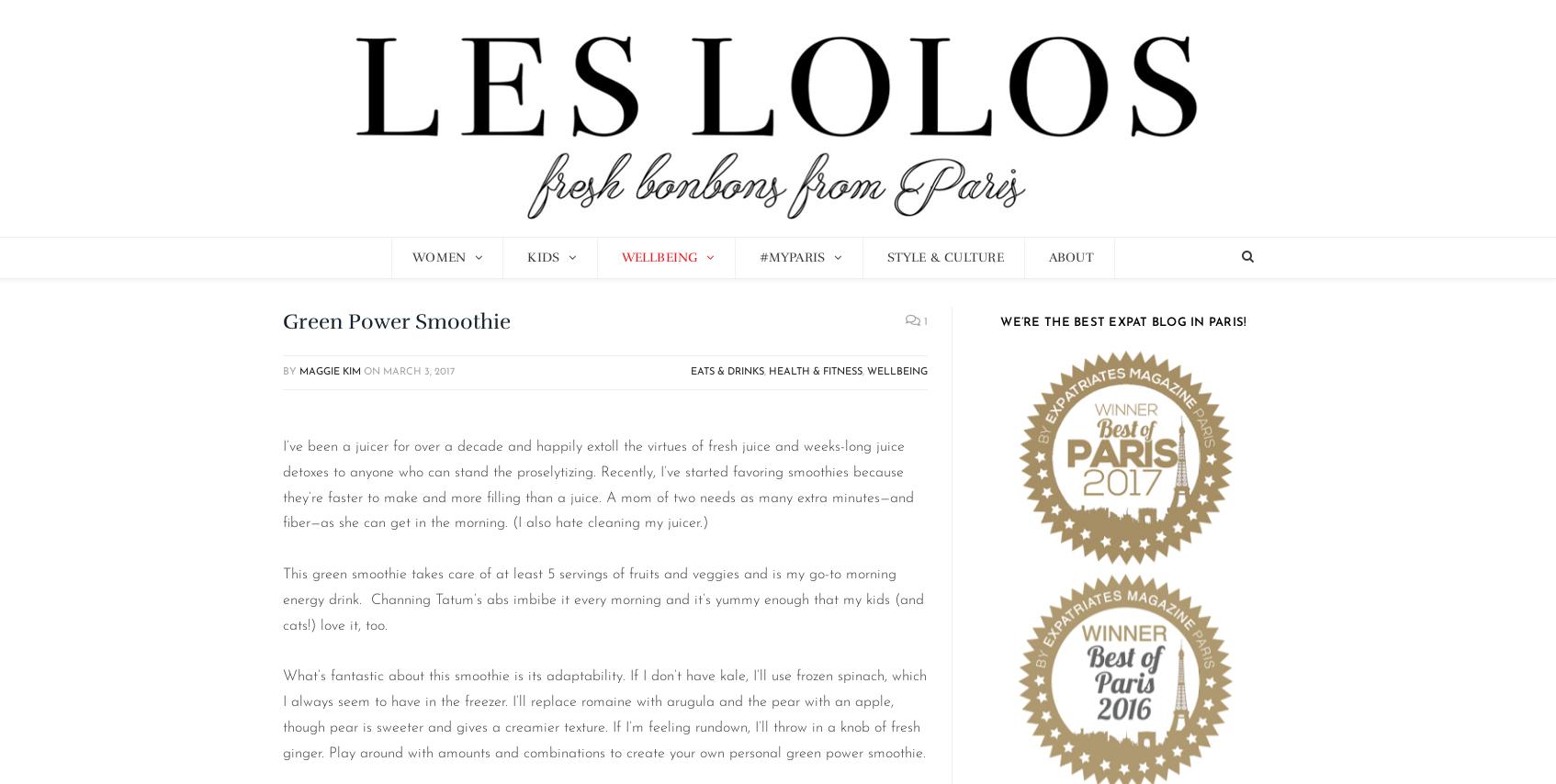 The image size is (1556, 784). Describe the element at coordinates (290, 371) in the screenshot. I see `'By'` at that location.